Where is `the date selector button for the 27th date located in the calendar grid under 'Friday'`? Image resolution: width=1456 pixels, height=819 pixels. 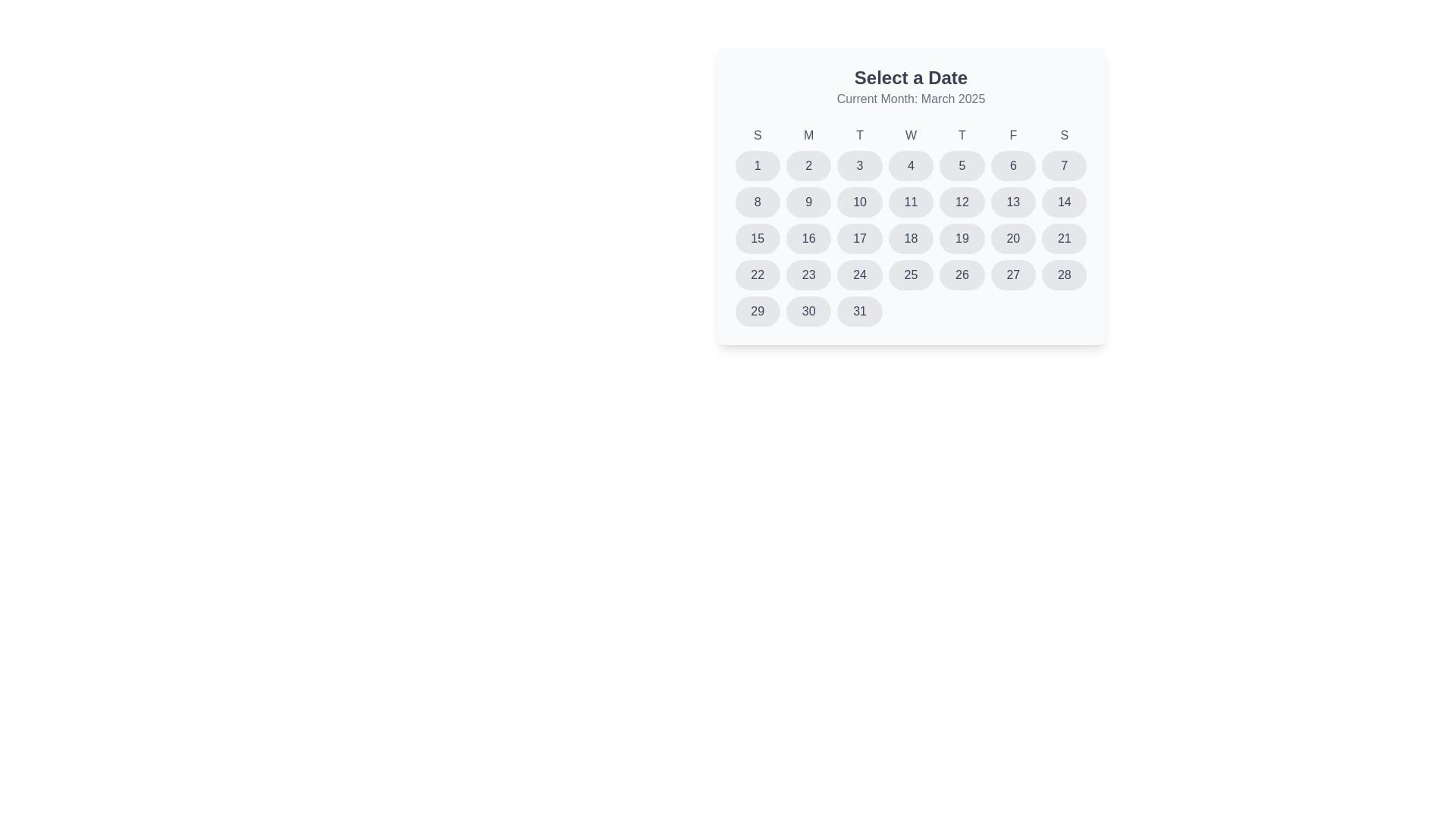
the date selector button for the 27th date located in the calendar grid under 'Friday' is located at coordinates (1012, 275).